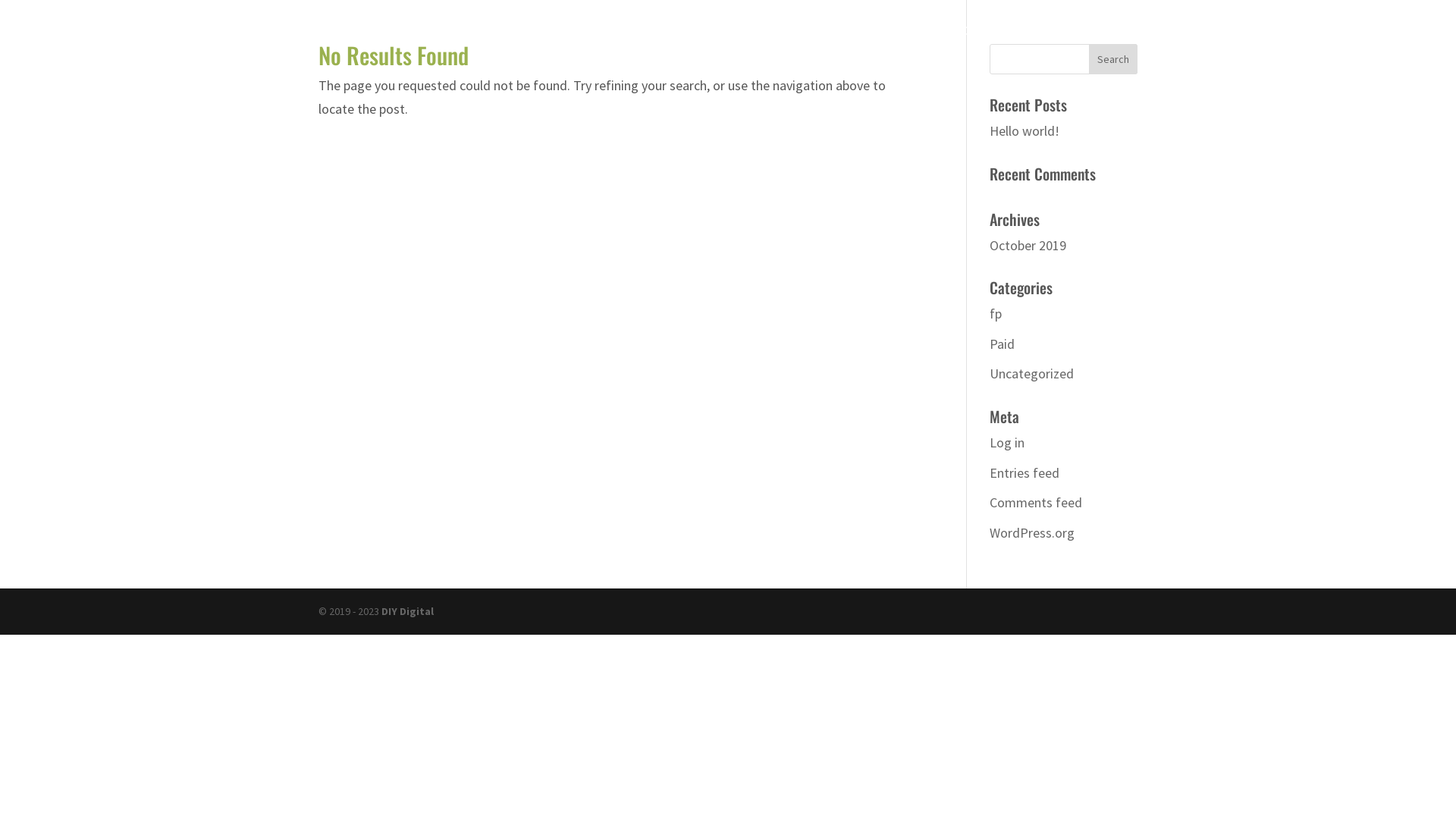 The height and width of the screenshot is (819, 1456). I want to click on 'WordPress.org', so click(1031, 532).